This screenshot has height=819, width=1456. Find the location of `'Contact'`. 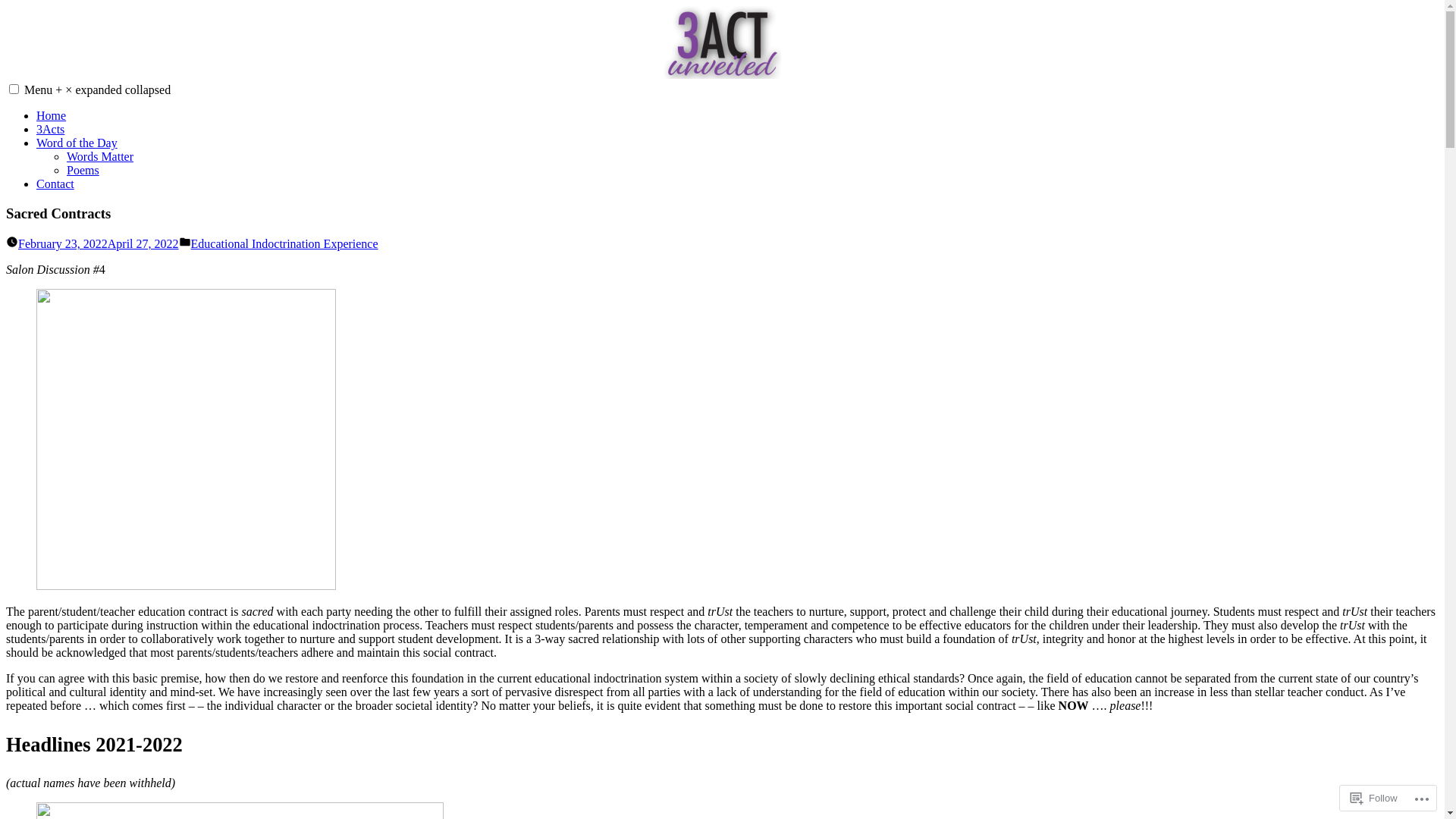

'Contact' is located at coordinates (36, 183).